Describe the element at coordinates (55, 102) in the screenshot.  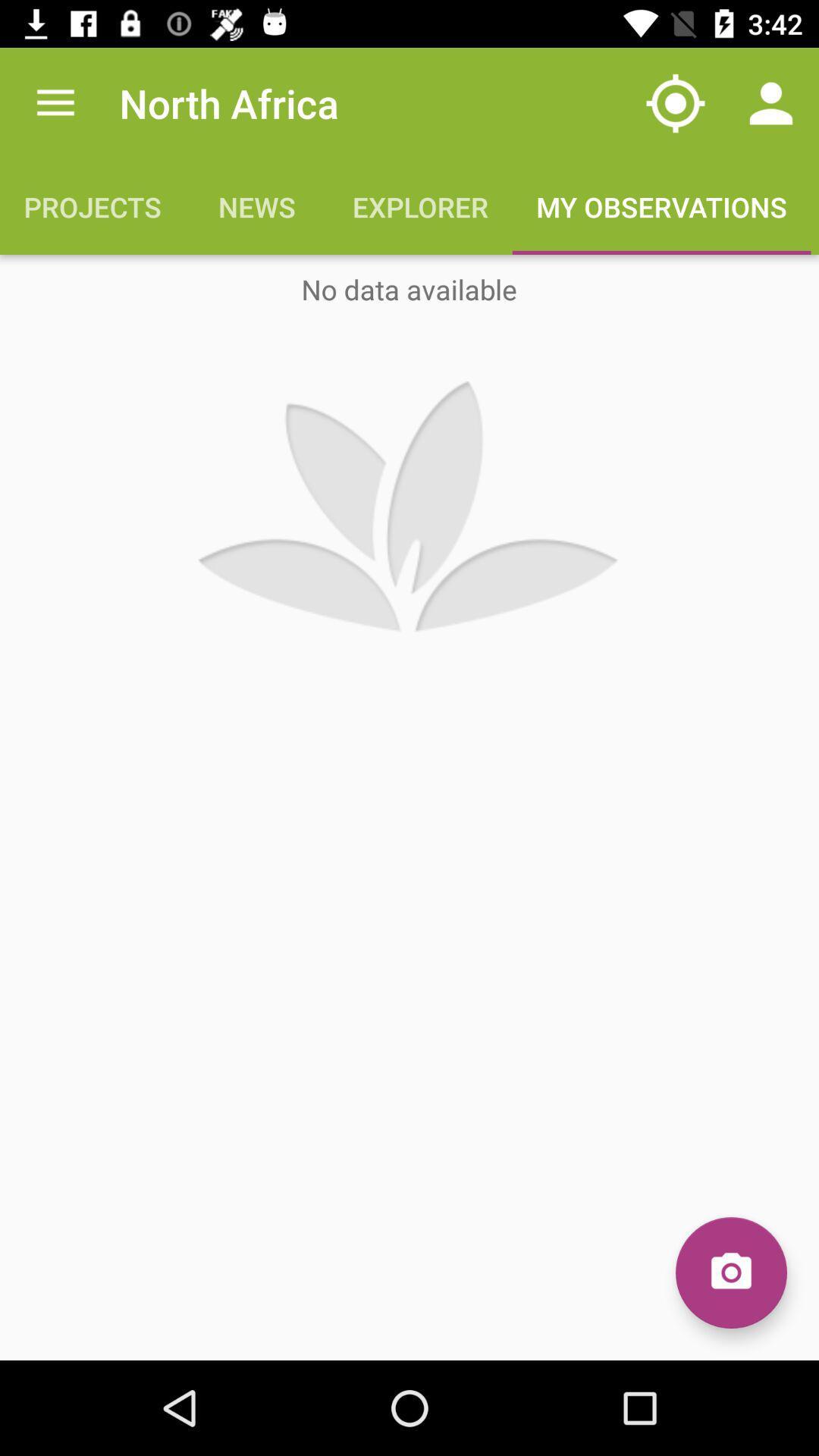
I see `item to the left of north africa app` at that location.